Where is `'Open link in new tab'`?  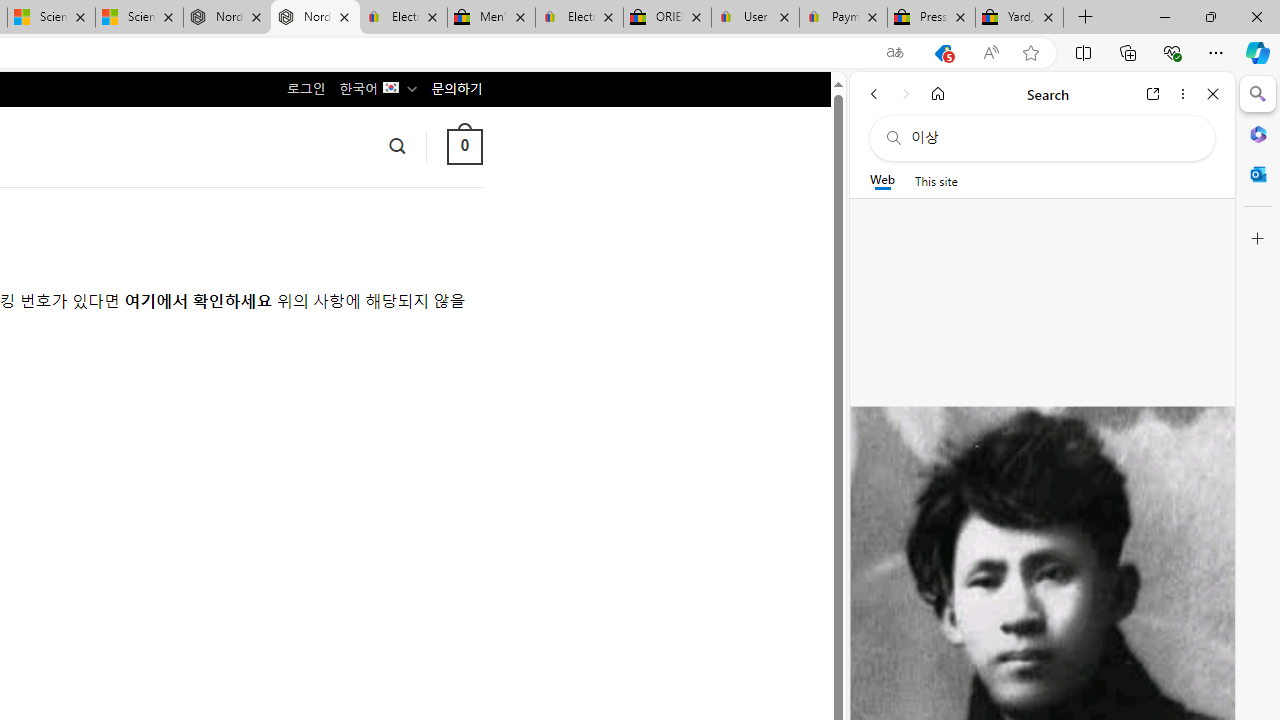
'Open link in new tab' is located at coordinates (1153, 93).